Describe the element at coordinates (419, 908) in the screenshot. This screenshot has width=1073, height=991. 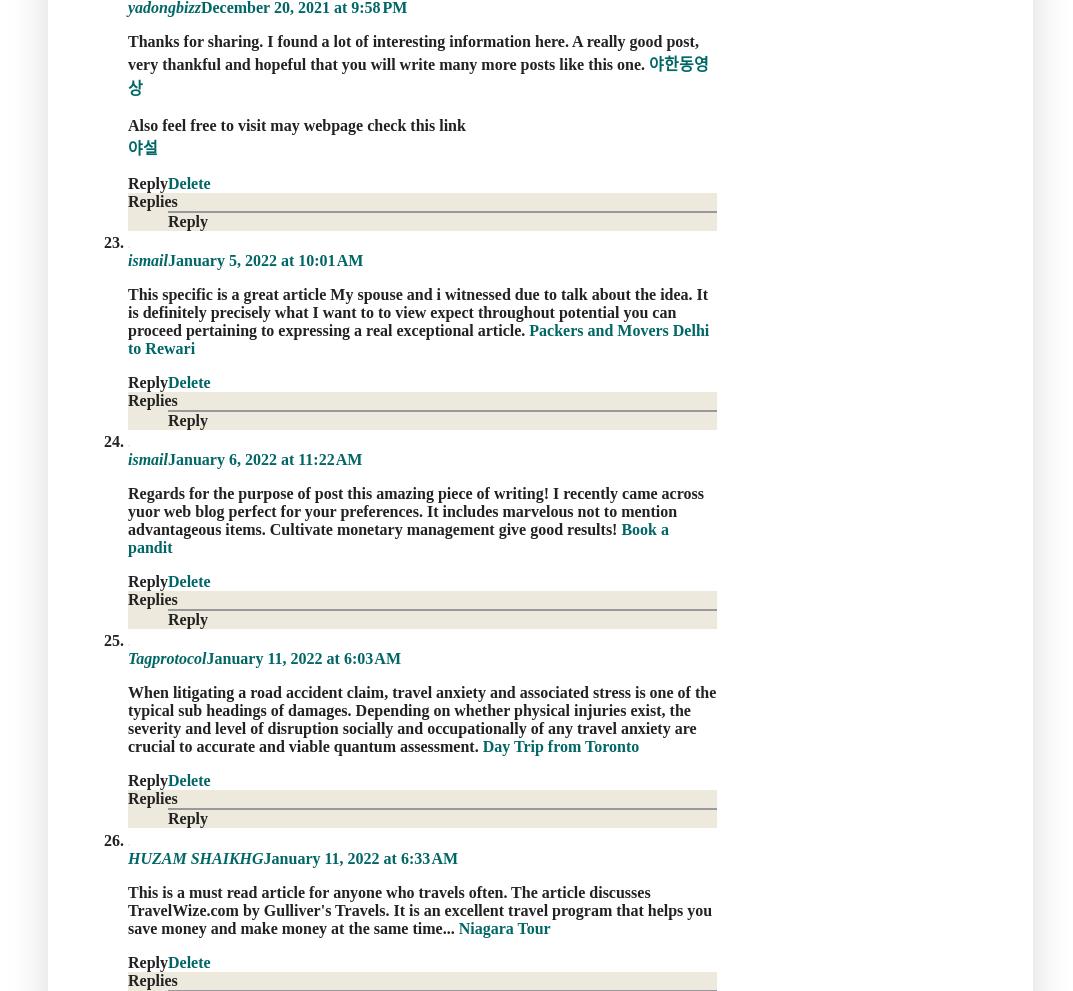
I see `'This is a must read article for anyone who travels often. The article discusses TravelWize.com by Gulliver's Travels. It is an excellent travel program that helps you save money and make money at the same time...'` at that location.